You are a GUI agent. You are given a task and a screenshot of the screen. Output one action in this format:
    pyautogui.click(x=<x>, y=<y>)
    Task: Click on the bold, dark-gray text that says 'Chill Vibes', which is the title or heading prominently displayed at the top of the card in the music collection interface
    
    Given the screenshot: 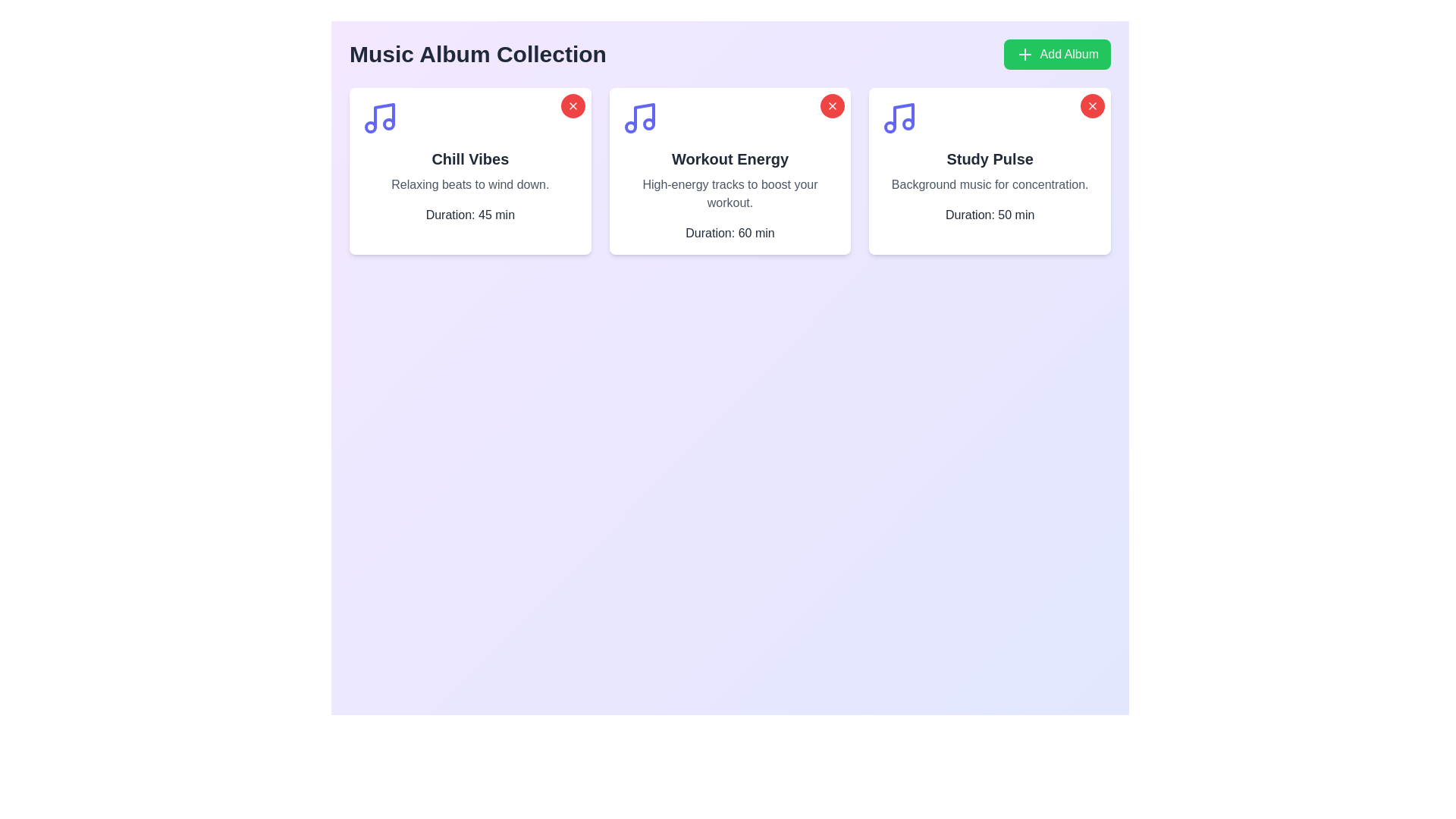 What is the action you would take?
    pyautogui.click(x=469, y=158)
    